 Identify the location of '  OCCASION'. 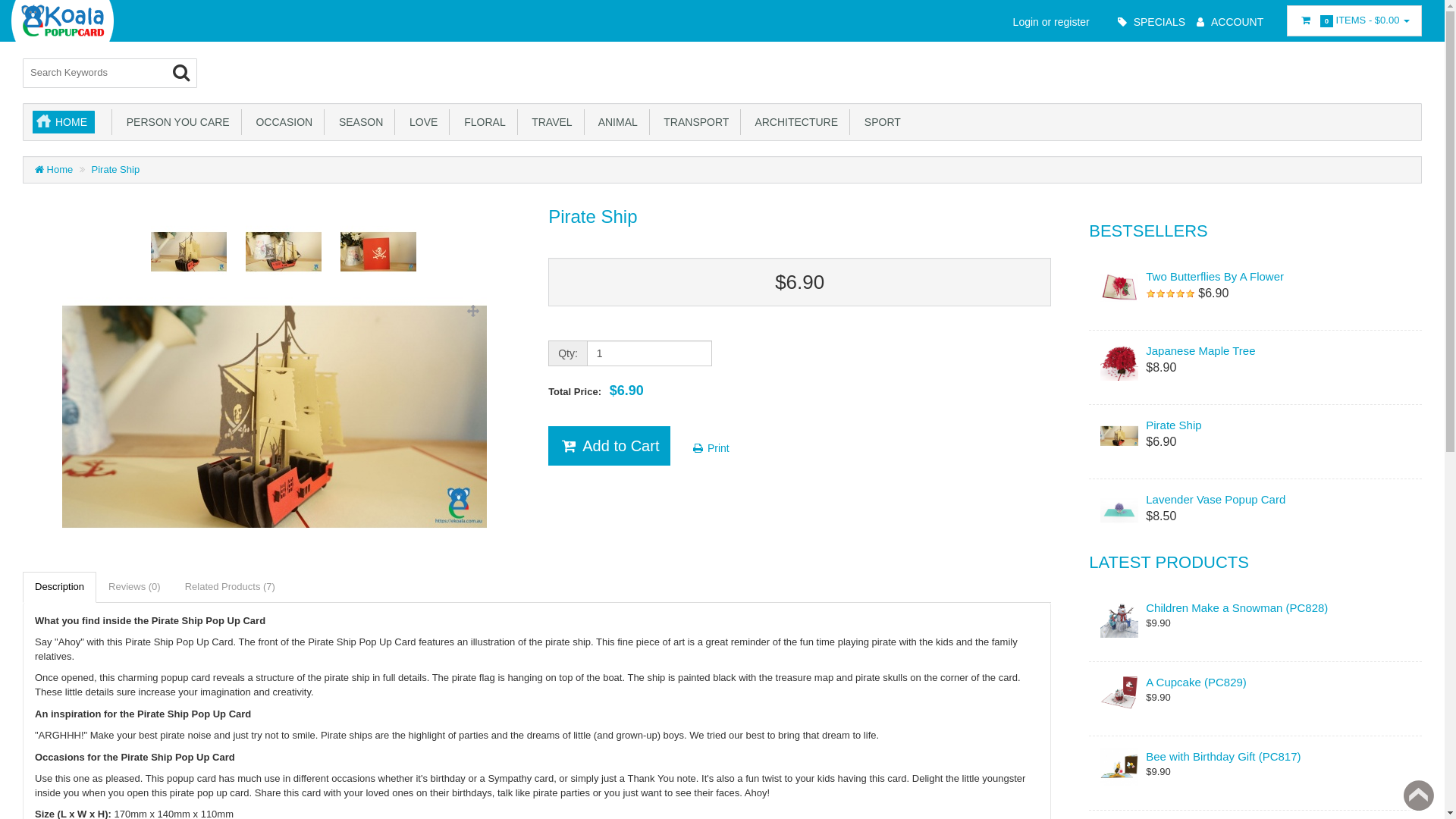
(246, 121).